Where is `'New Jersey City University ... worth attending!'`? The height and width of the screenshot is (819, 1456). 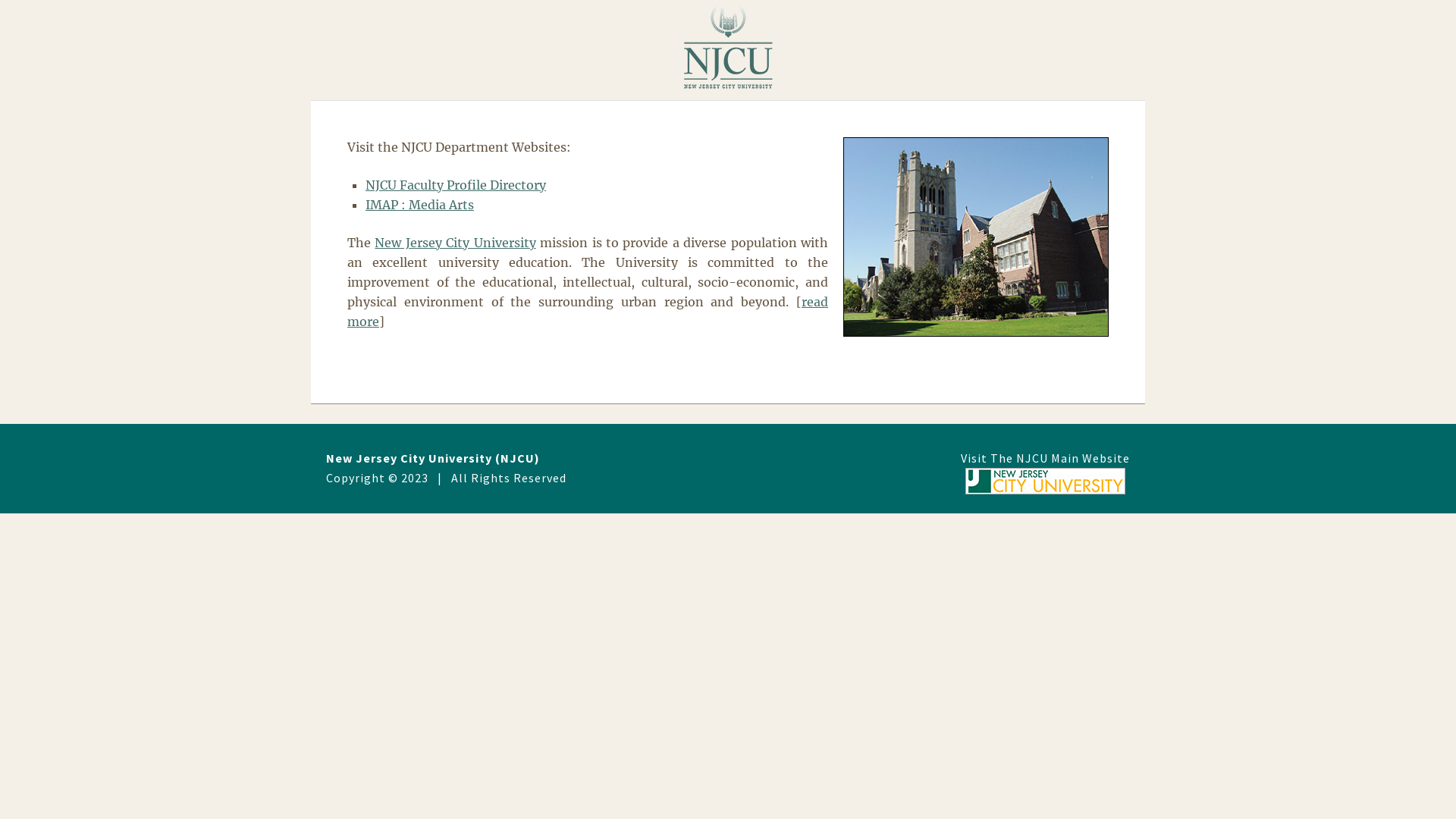
'New Jersey City University ... worth attending!' is located at coordinates (728, 46).